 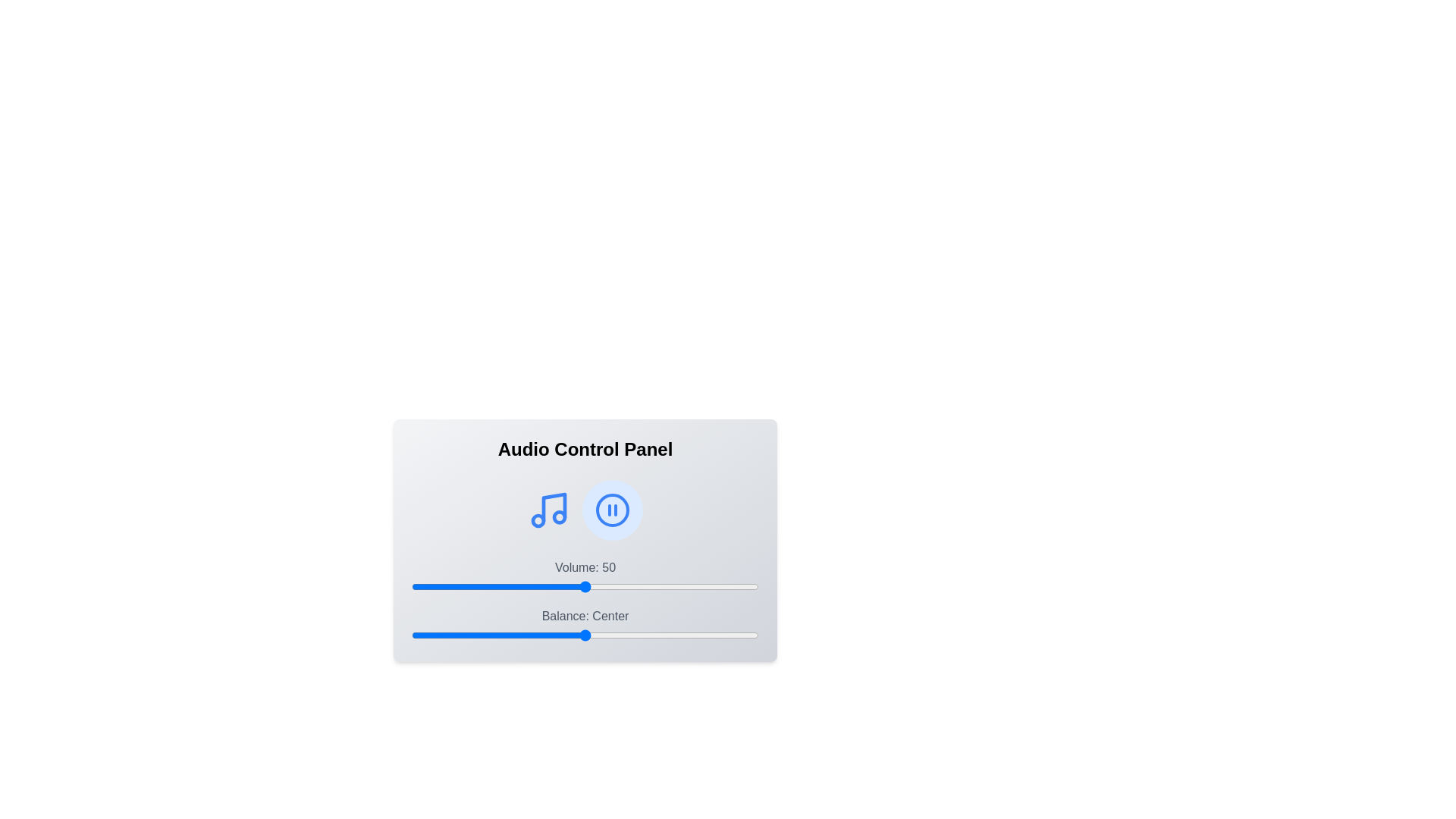 I want to click on the slider value, so click(x=466, y=586).